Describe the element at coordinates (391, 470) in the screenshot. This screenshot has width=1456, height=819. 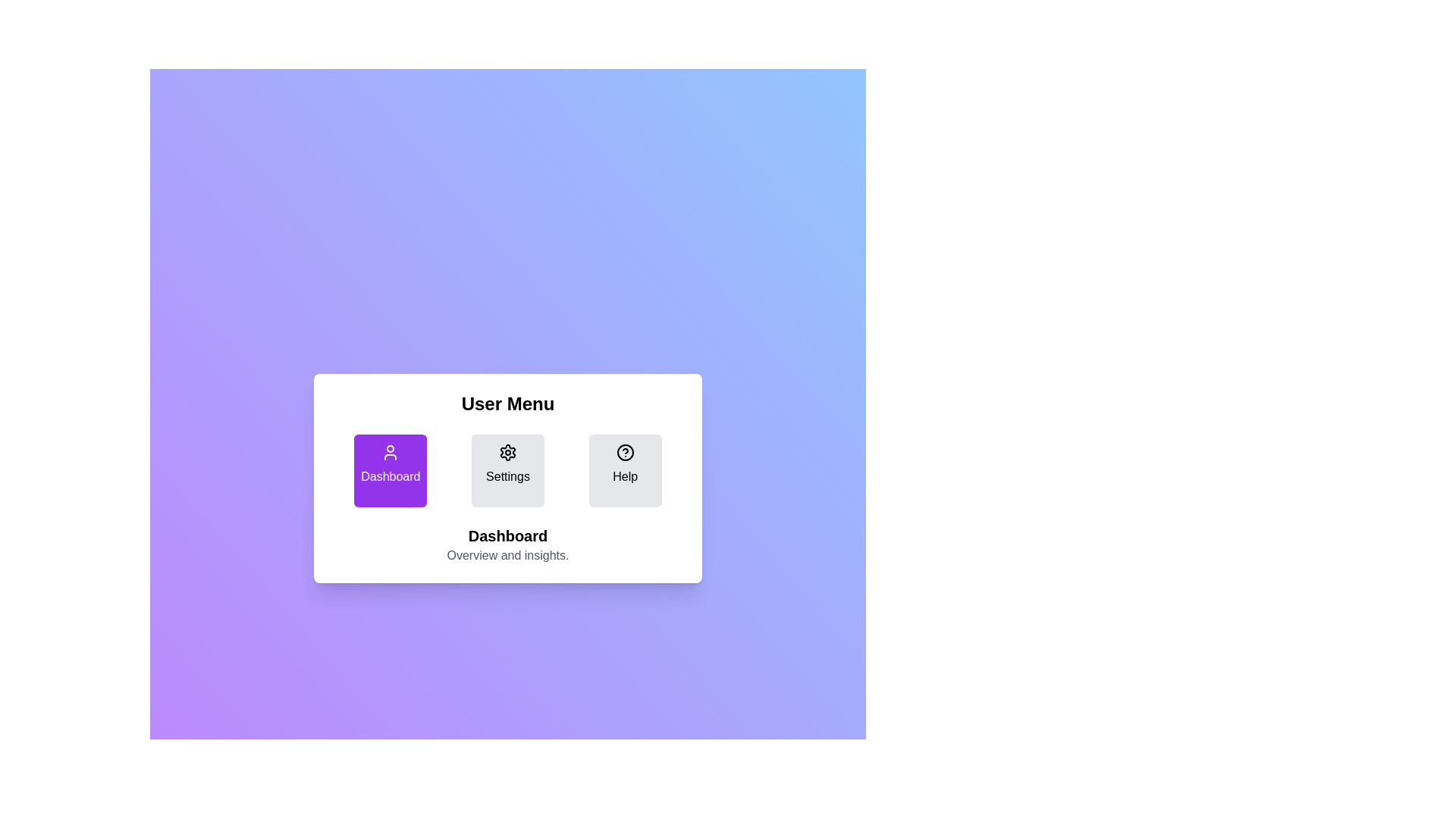
I see `the Dashboard button to activate the corresponding section` at that location.